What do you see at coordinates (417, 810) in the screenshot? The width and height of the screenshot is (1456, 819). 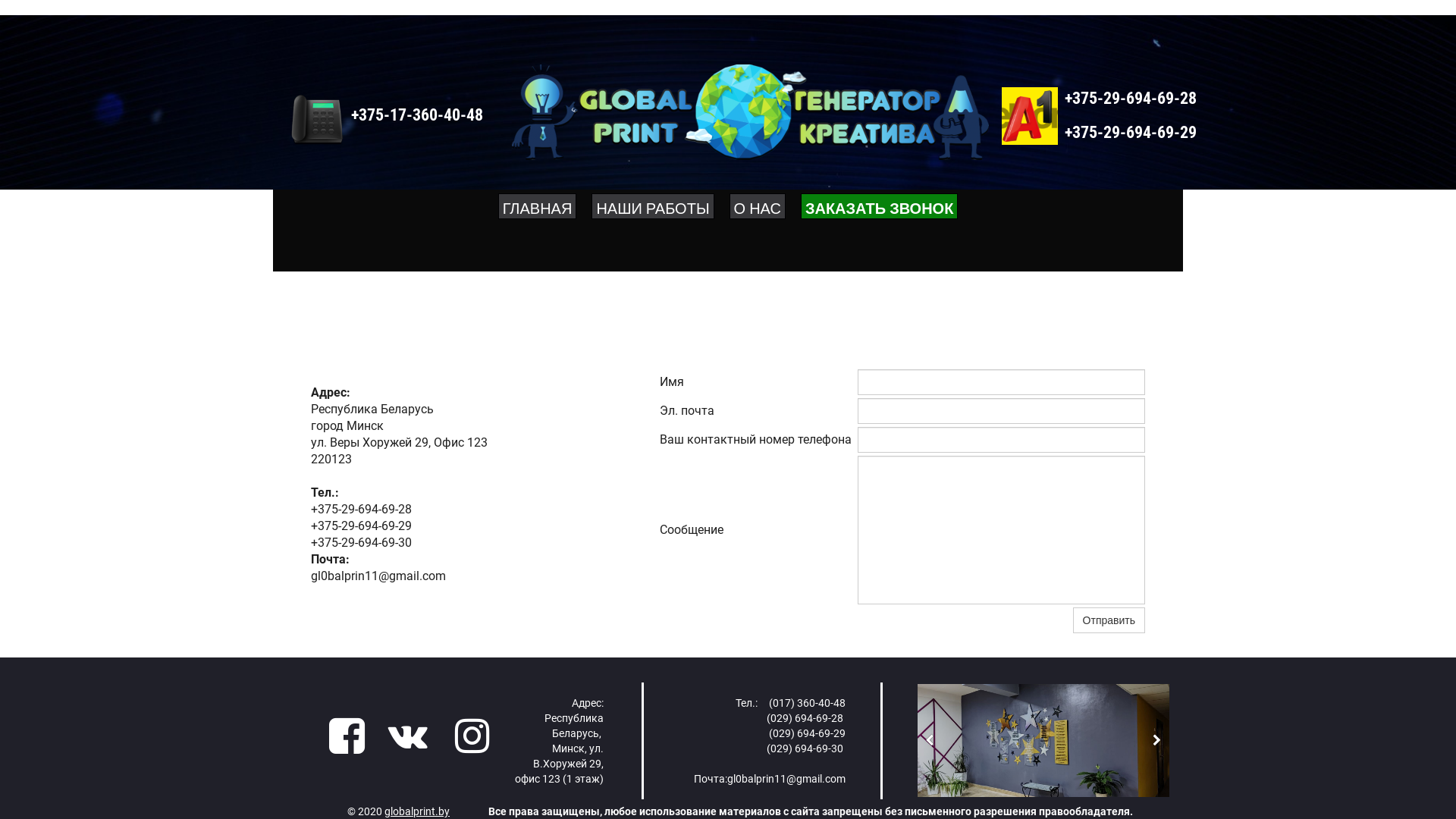 I see `'globalprint.by'` at bounding box center [417, 810].